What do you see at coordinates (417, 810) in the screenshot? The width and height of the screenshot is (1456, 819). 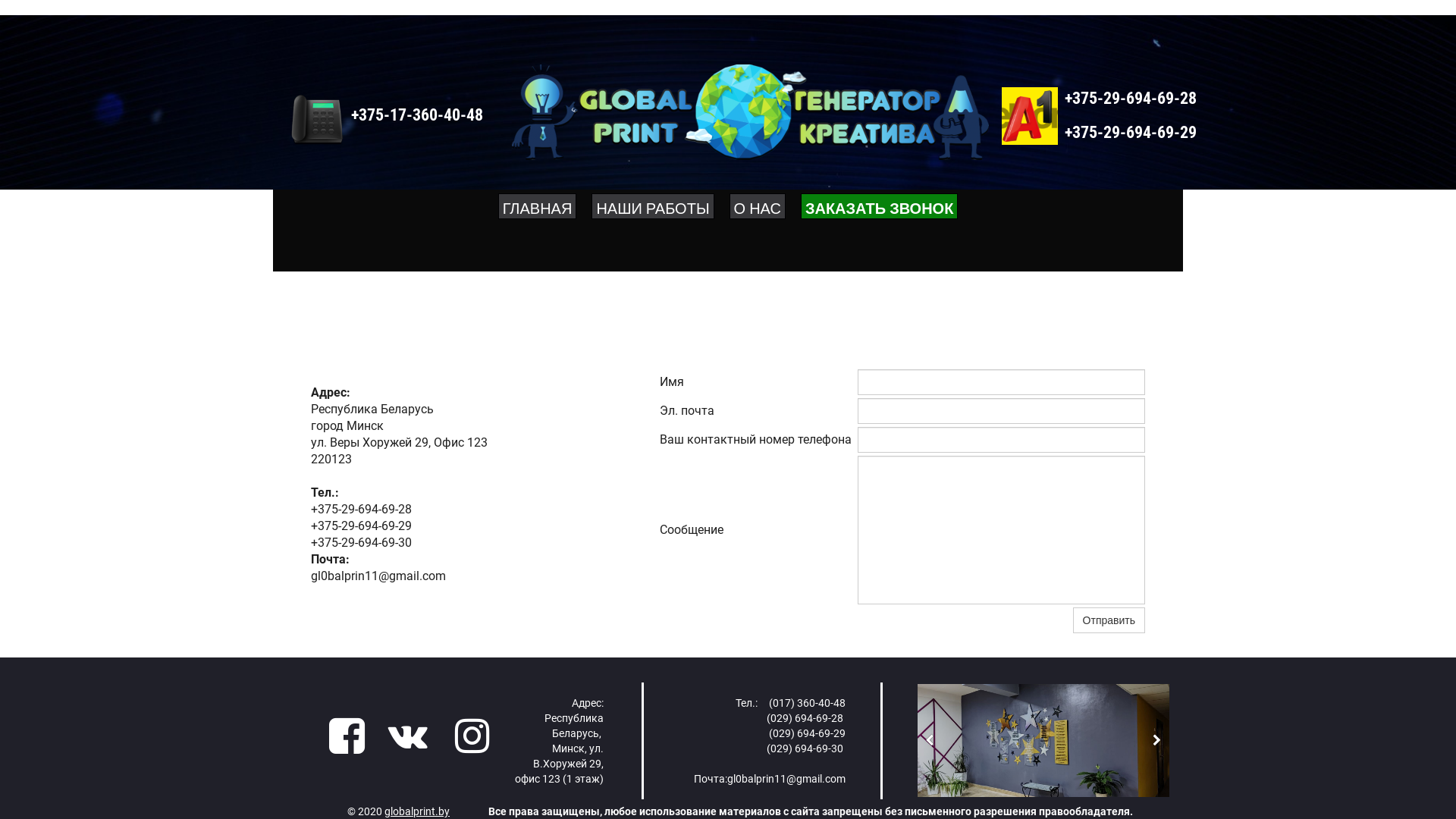 I see `'globalprint.by'` at bounding box center [417, 810].